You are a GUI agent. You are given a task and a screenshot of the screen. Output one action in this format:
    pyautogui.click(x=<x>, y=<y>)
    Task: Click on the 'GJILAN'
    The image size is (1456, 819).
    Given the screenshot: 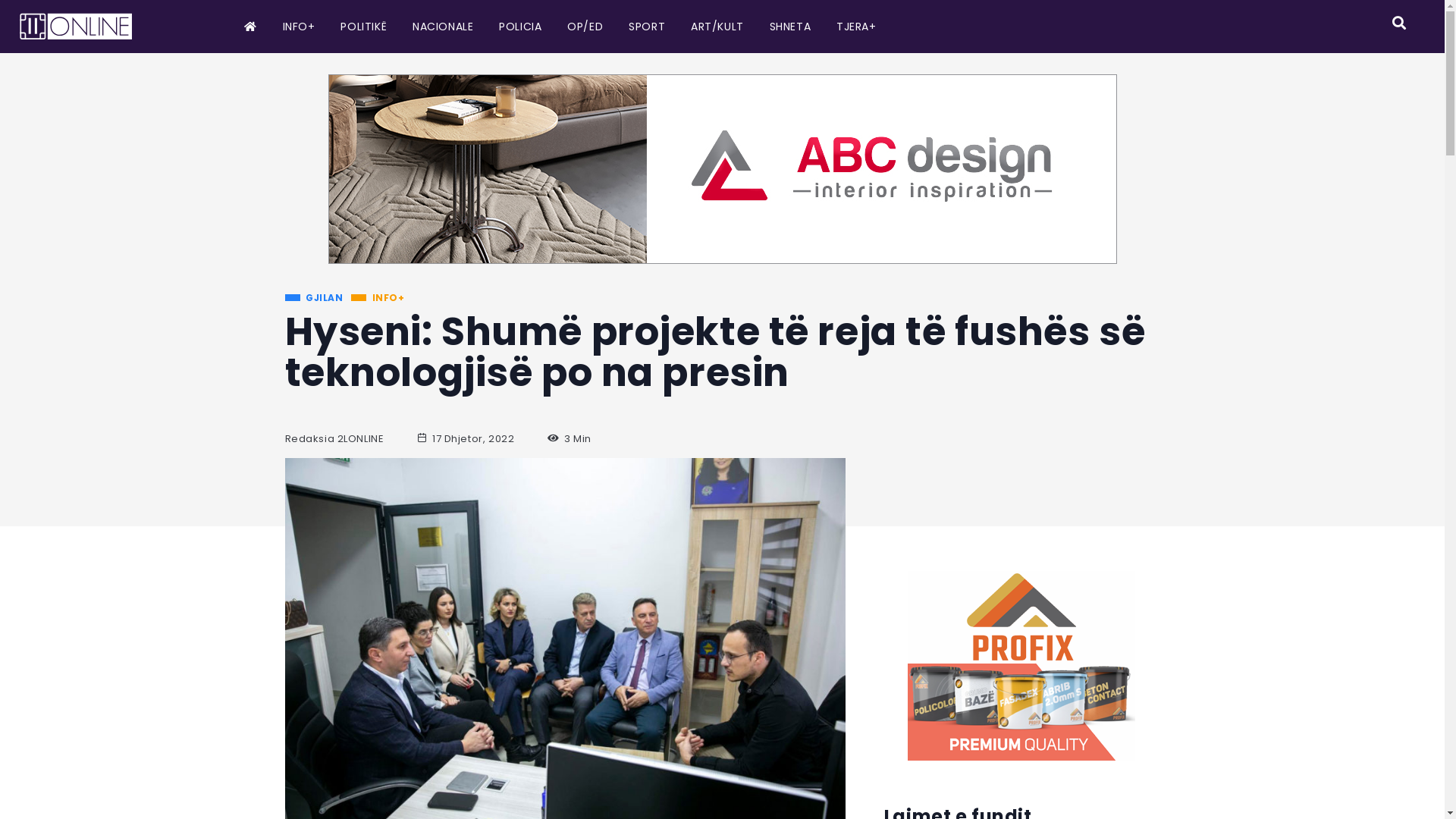 What is the action you would take?
    pyautogui.click(x=313, y=298)
    